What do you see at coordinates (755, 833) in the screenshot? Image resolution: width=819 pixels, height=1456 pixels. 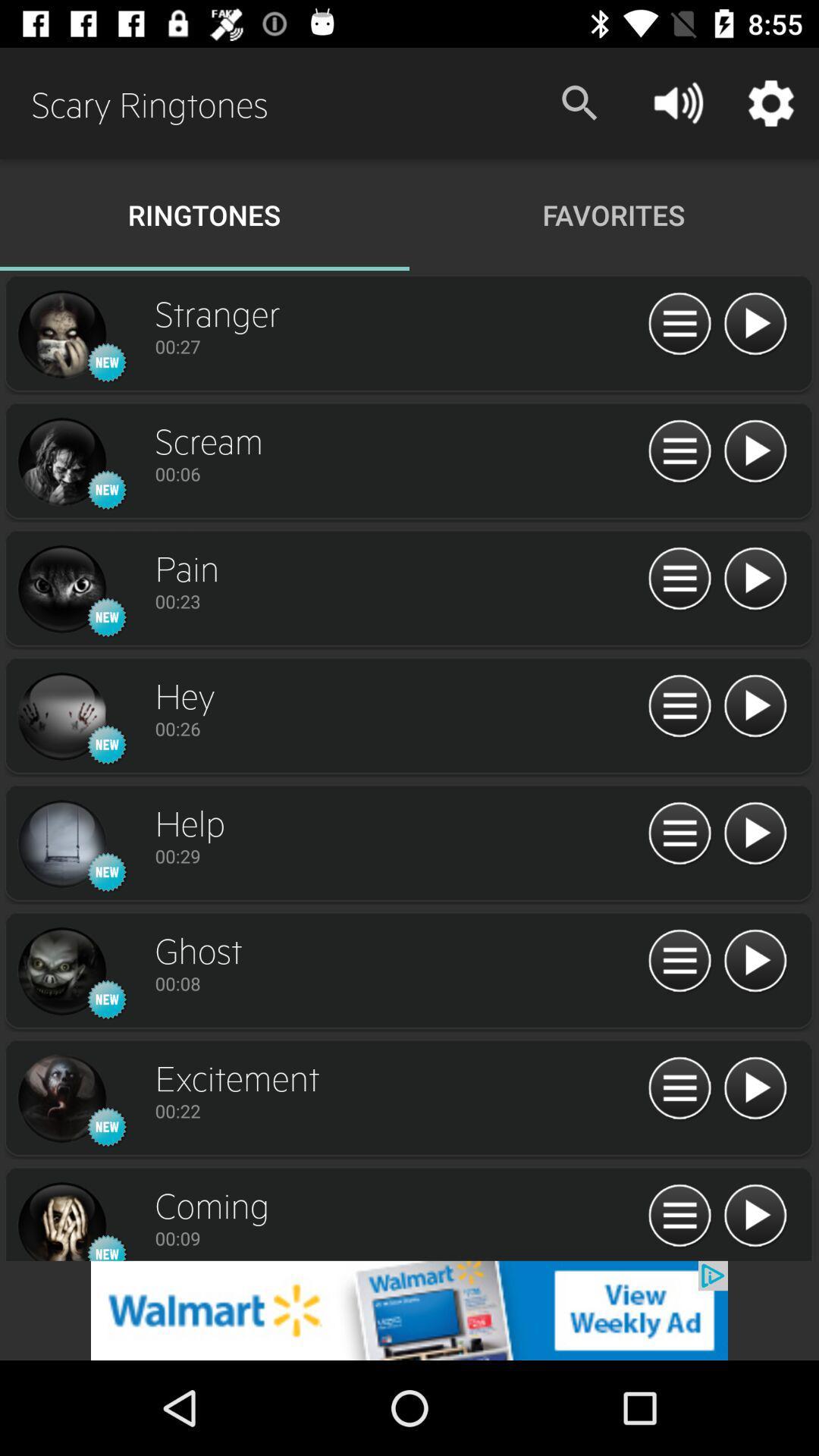 I see `ringtone` at bounding box center [755, 833].